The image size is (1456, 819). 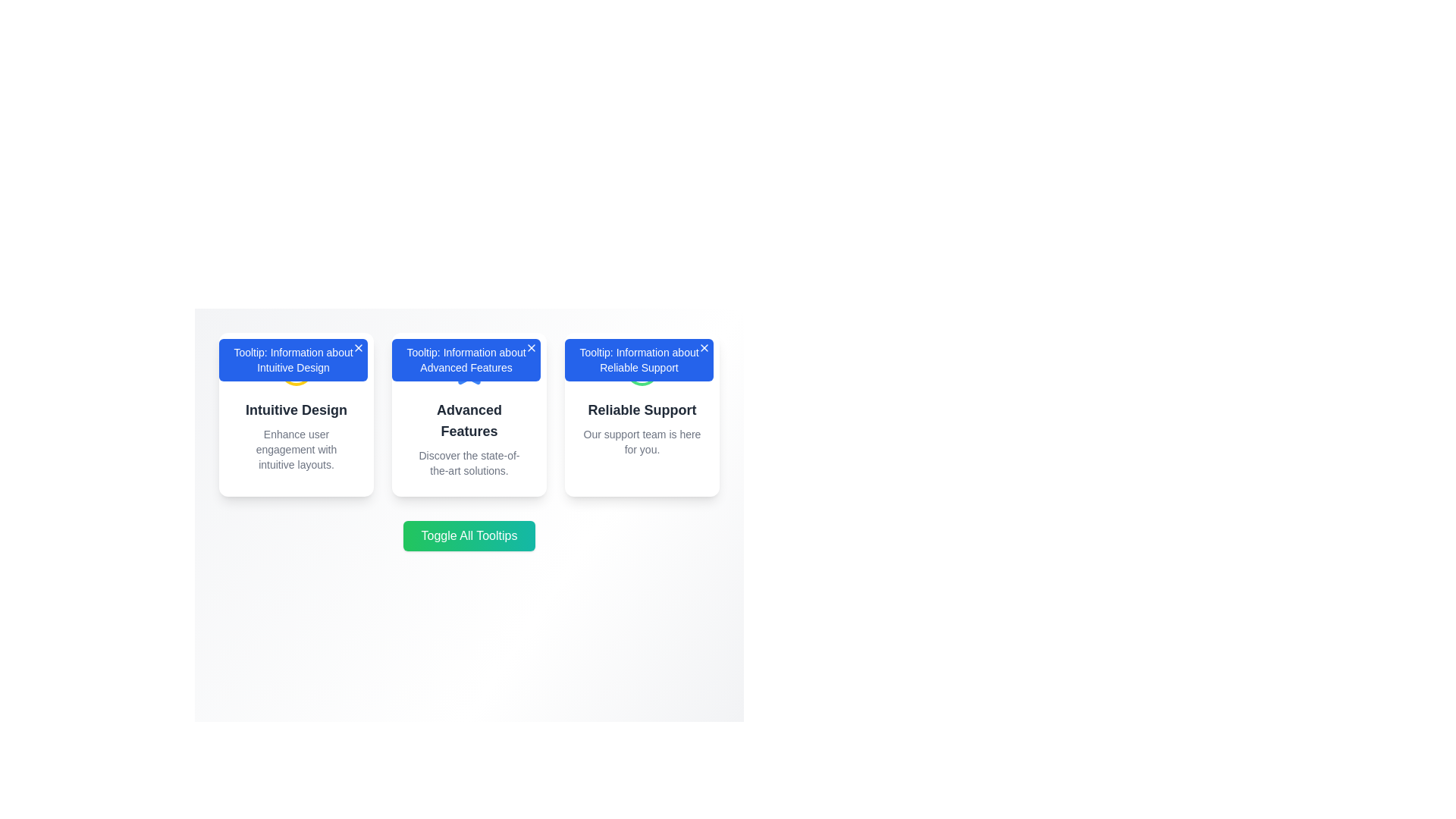 I want to click on the star-shaped icon element with a blue stroke outline, located above the 'Advanced Features' text in the tooltip, so click(x=469, y=369).